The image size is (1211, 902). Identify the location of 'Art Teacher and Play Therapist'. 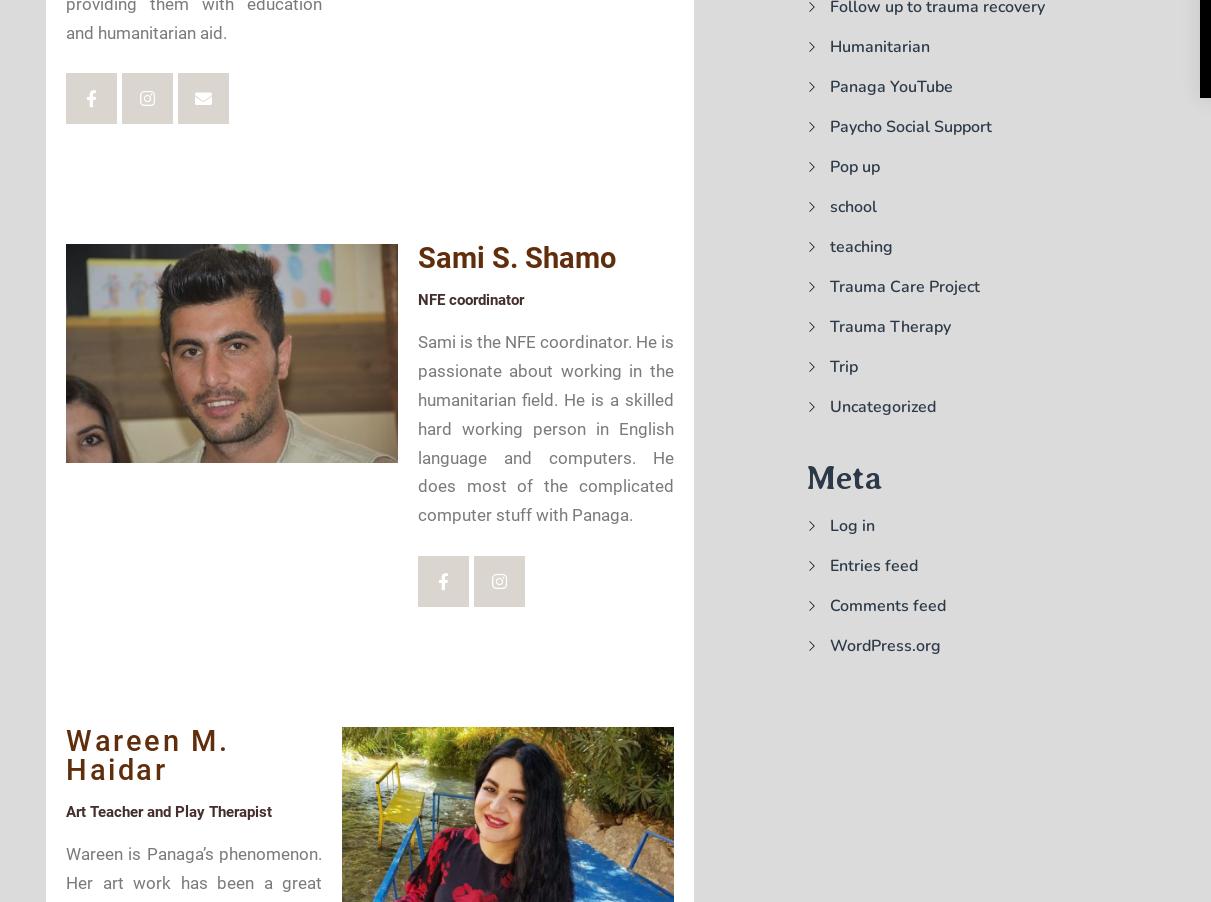
(169, 809).